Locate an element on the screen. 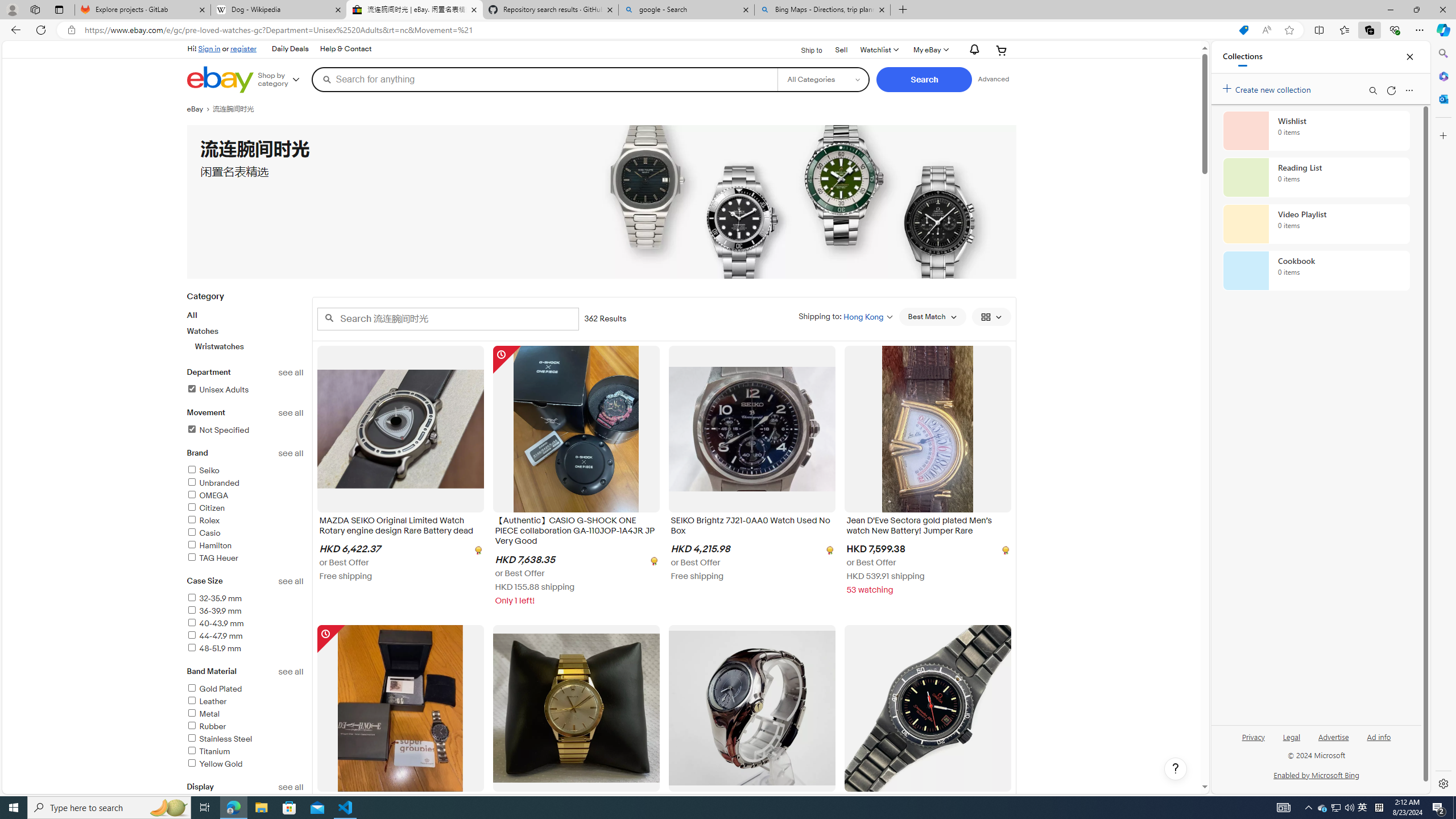  '44-47.9 mm' is located at coordinates (214, 636).